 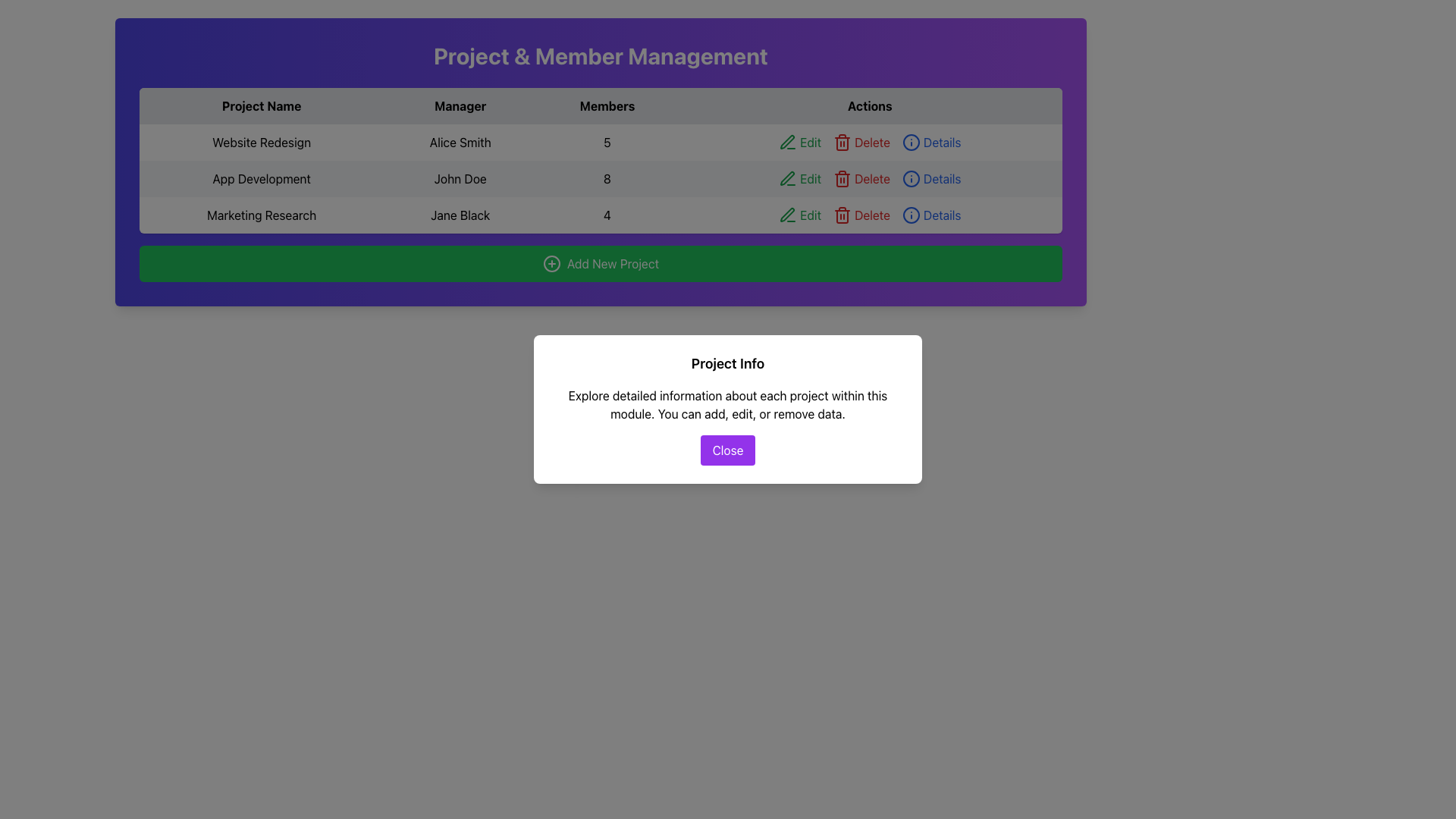 I want to click on the trash can icon representing the delete function in the Actions column of the third row under the Project & Member Management section, so click(x=842, y=215).